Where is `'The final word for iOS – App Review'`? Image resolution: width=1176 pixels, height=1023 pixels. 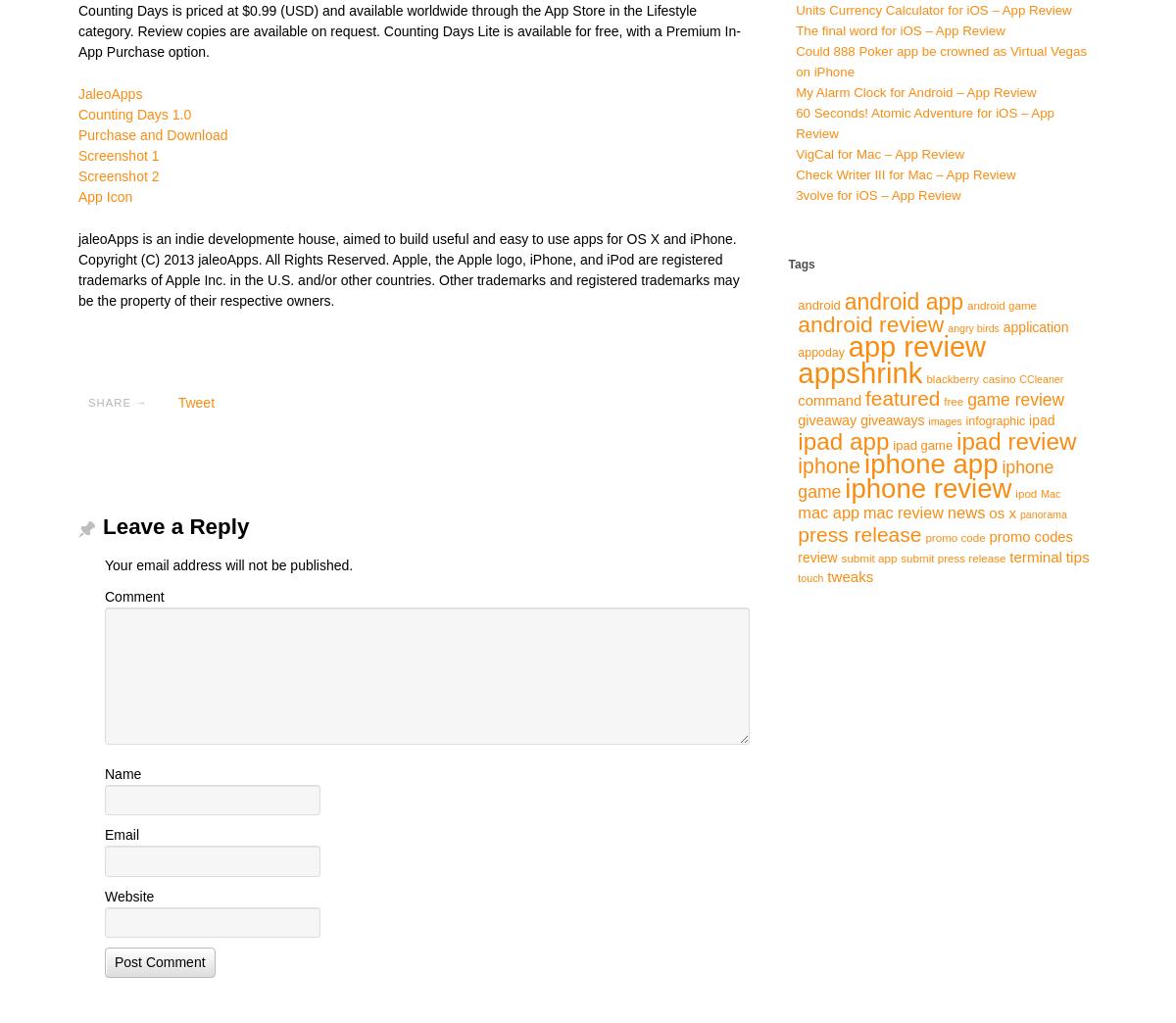 'The final word for iOS – App Review' is located at coordinates (900, 29).